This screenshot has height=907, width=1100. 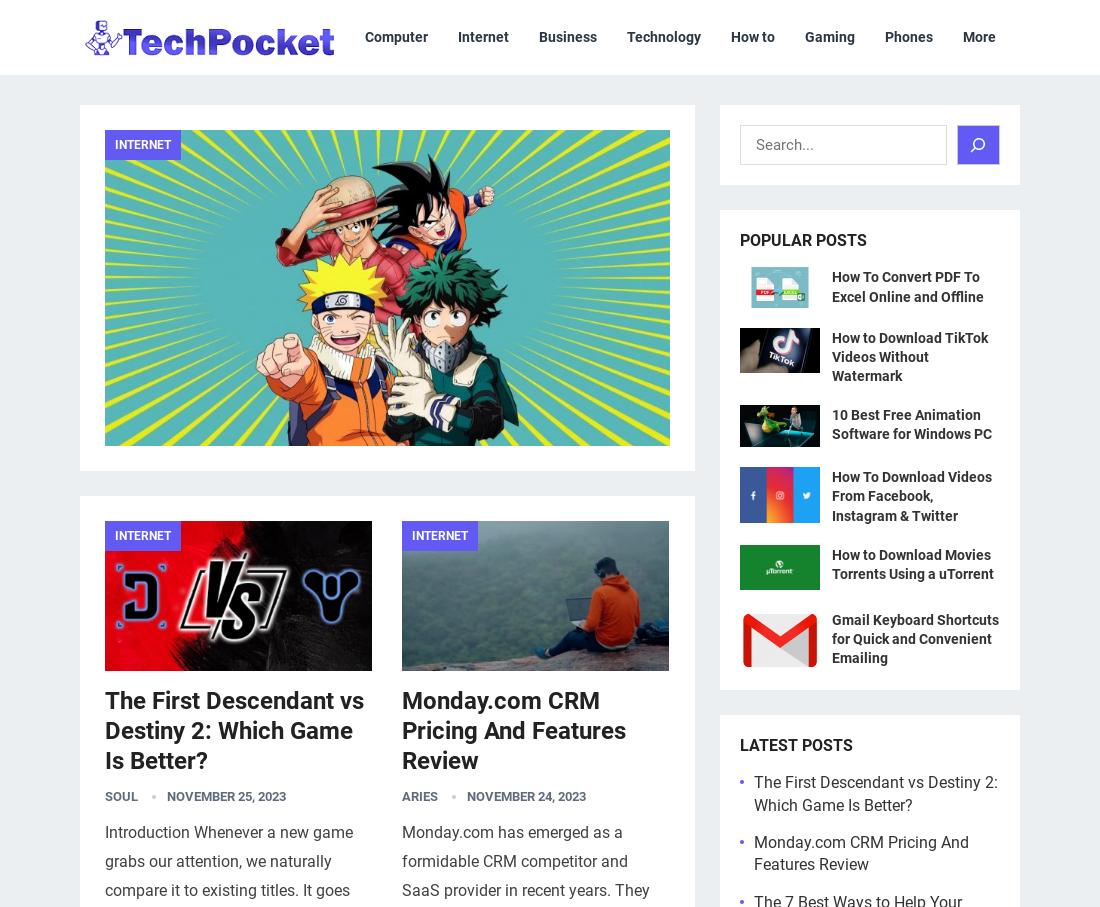 I want to click on 'How To Convert PDF To Excel Online and Offline', so click(x=908, y=285).